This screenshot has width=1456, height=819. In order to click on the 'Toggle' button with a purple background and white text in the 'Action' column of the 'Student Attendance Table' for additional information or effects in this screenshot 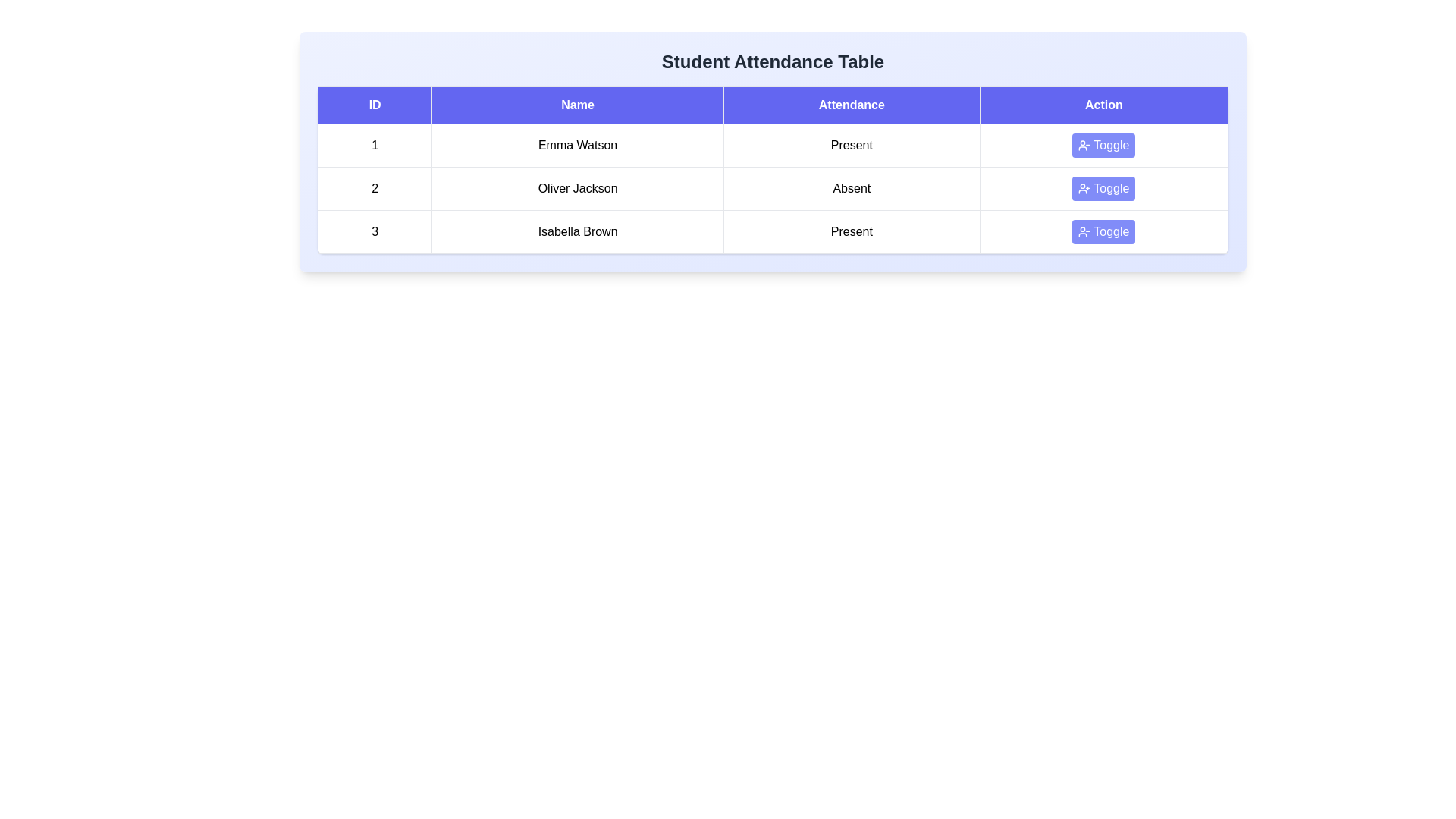, I will do `click(1103, 146)`.